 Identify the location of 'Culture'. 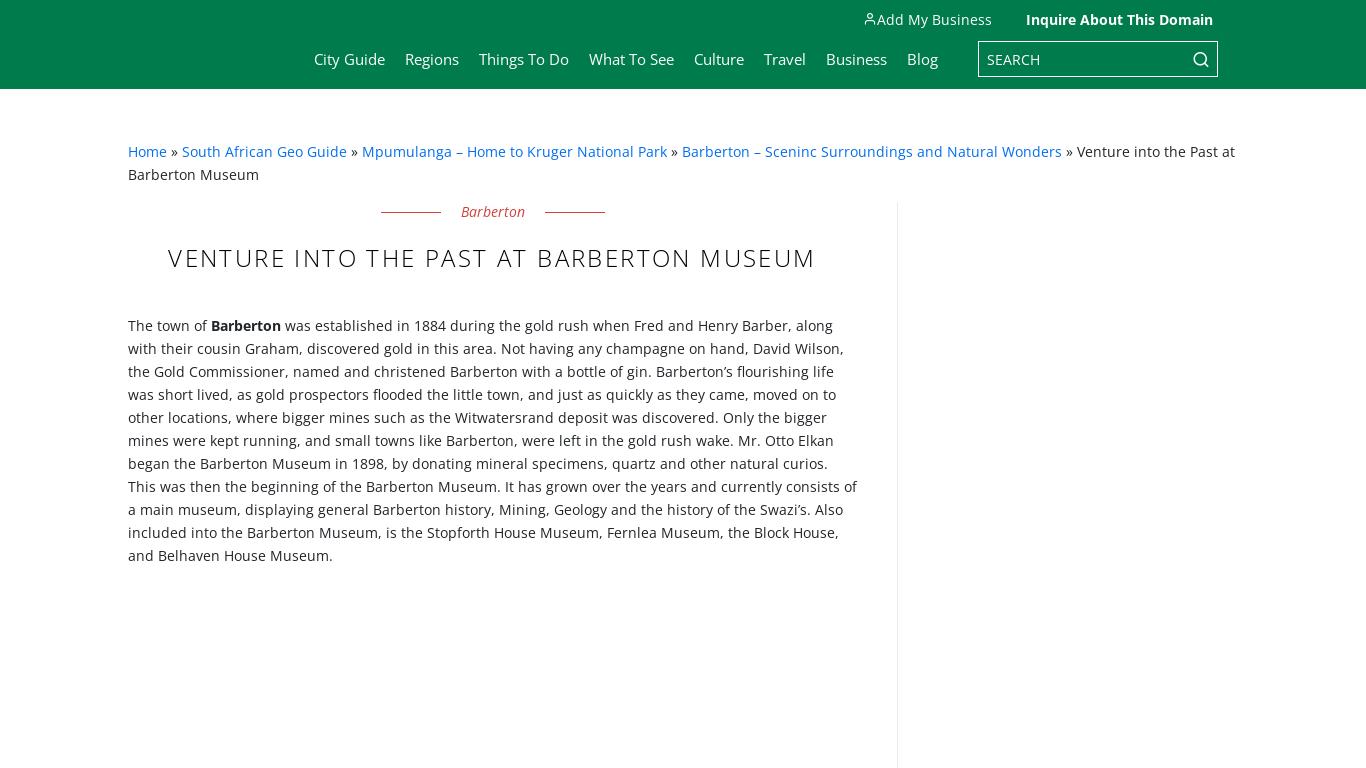
(694, 58).